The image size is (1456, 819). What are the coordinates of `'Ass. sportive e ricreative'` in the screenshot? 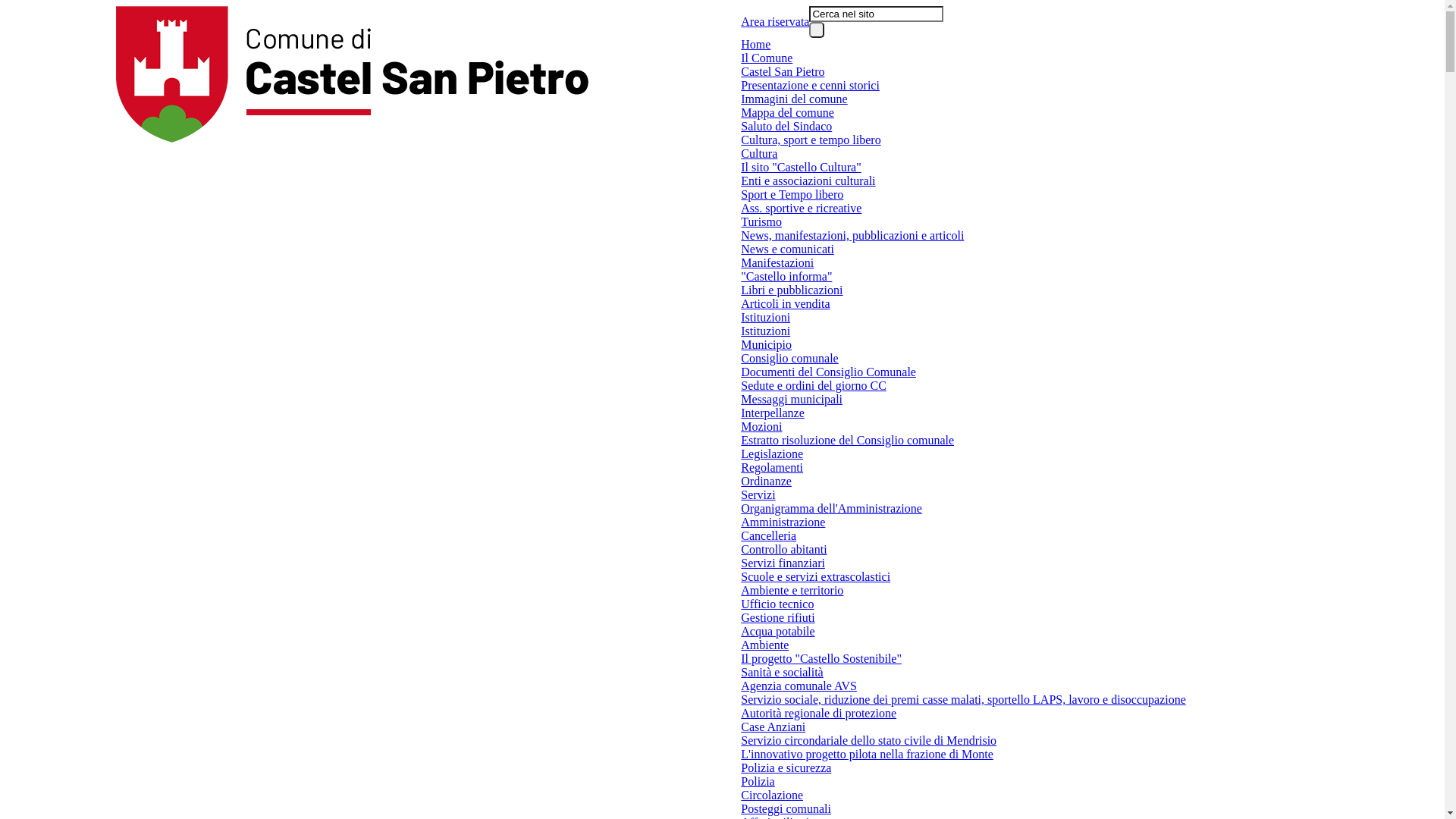 It's located at (800, 208).